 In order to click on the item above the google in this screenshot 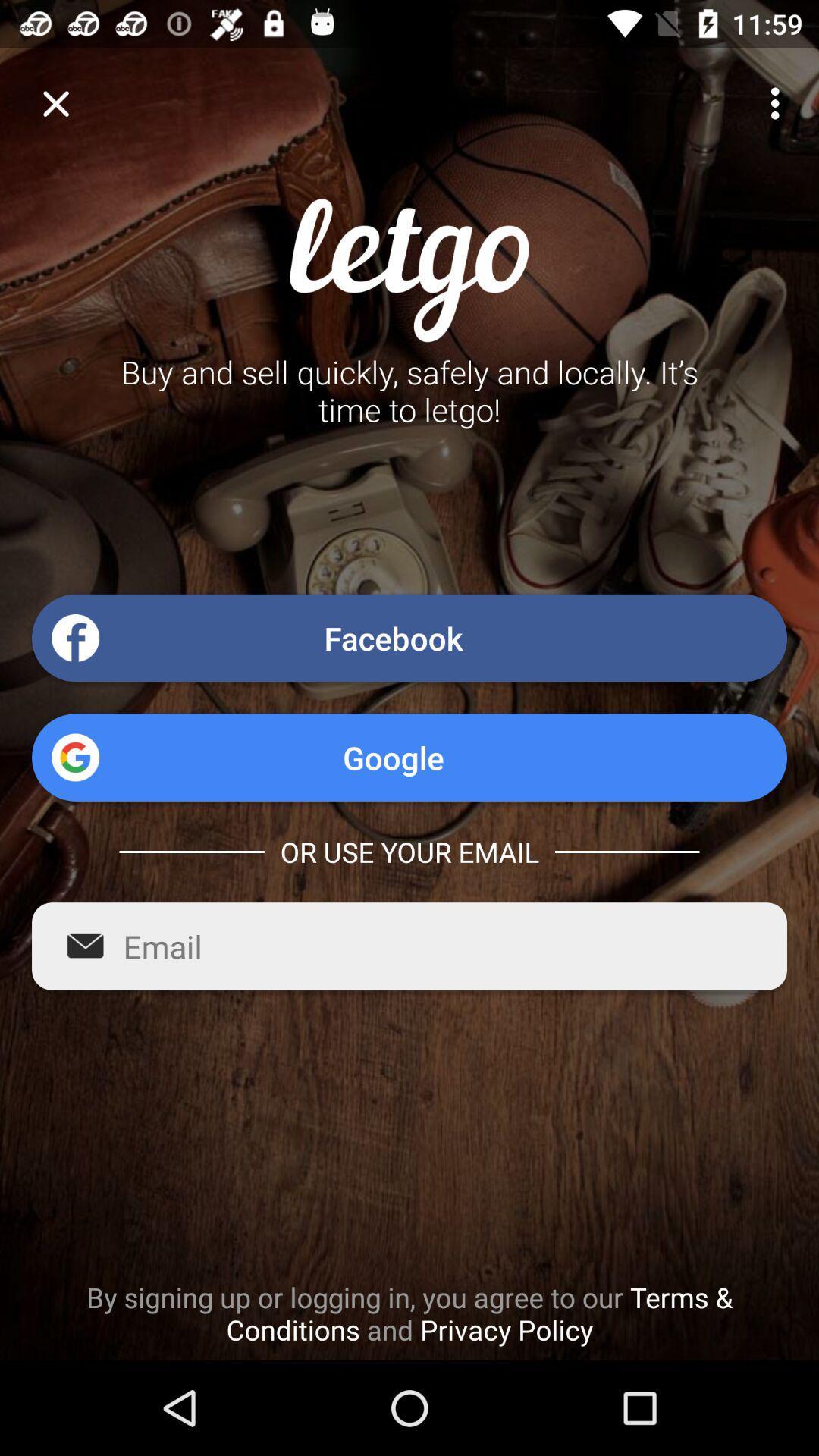, I will do `click(409, 638)`.